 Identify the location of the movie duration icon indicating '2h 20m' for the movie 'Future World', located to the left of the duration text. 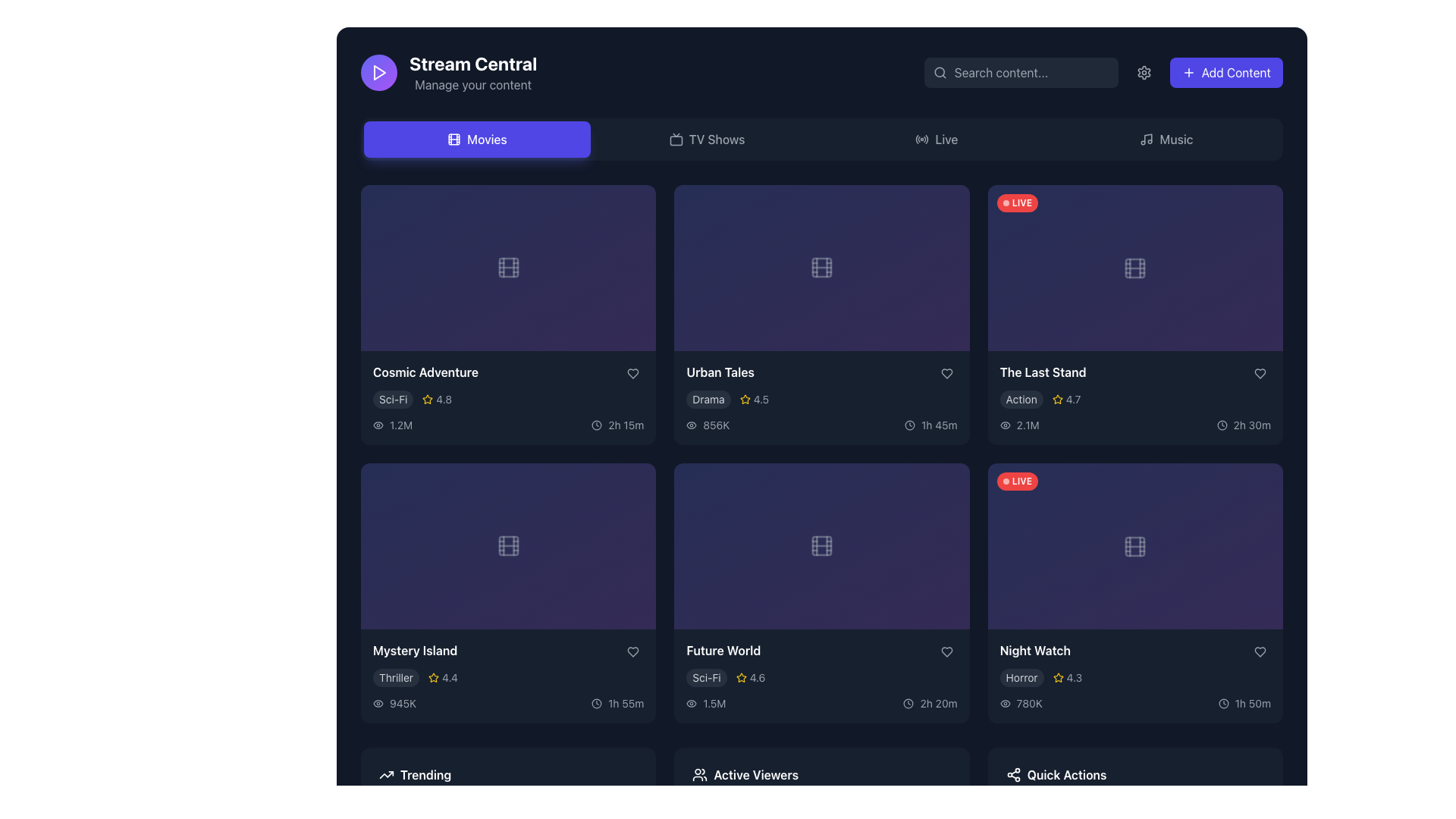
(908, 703).